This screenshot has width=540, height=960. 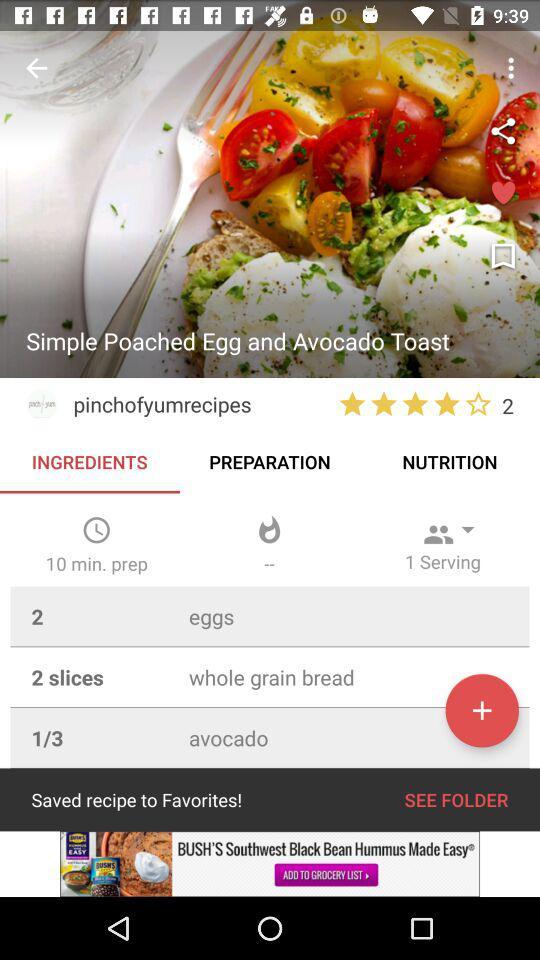 What do you see at coordinates (36, 68) in the screenshot?
I see `go back` at bounding box center [36, 68].